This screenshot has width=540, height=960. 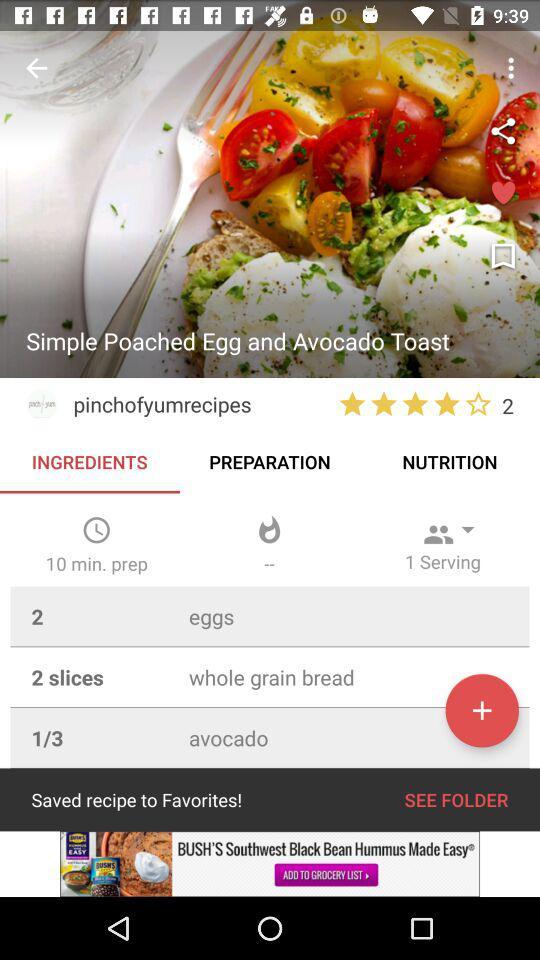 What do you see at coordinates (36, 68) in the screenshot?
I see `go back` at bounding box center [36, 68].